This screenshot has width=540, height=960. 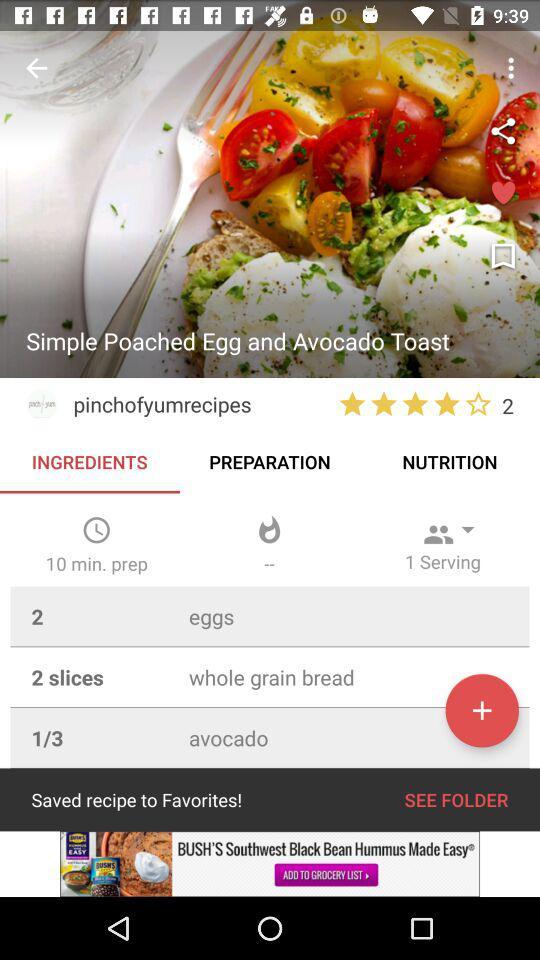 What do you see at coordinates (36, 68) in the screenshot?
I see `go back` at bounding box center [36, 68].